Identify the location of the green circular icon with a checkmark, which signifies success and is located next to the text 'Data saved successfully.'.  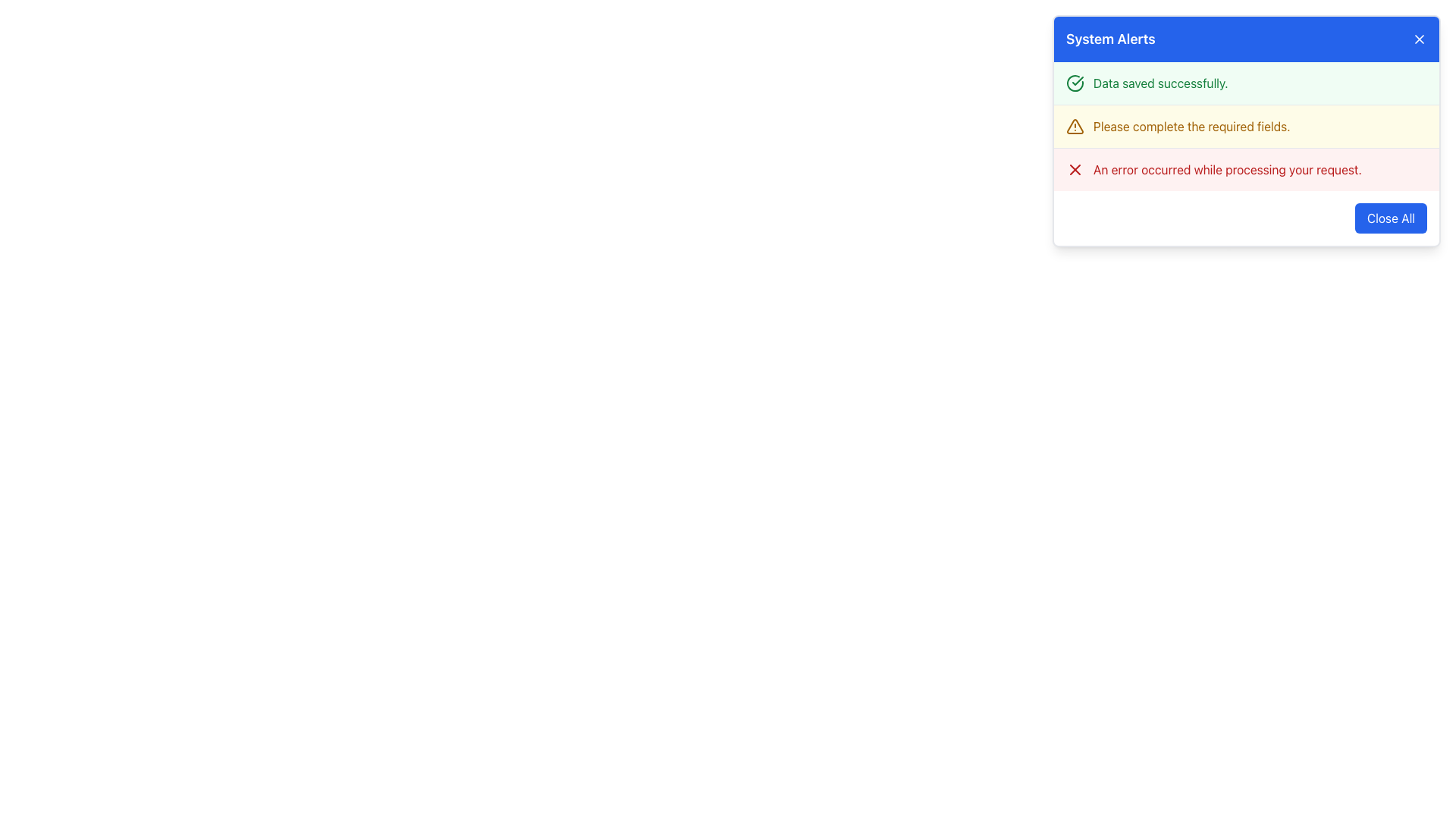
(1074, 83).